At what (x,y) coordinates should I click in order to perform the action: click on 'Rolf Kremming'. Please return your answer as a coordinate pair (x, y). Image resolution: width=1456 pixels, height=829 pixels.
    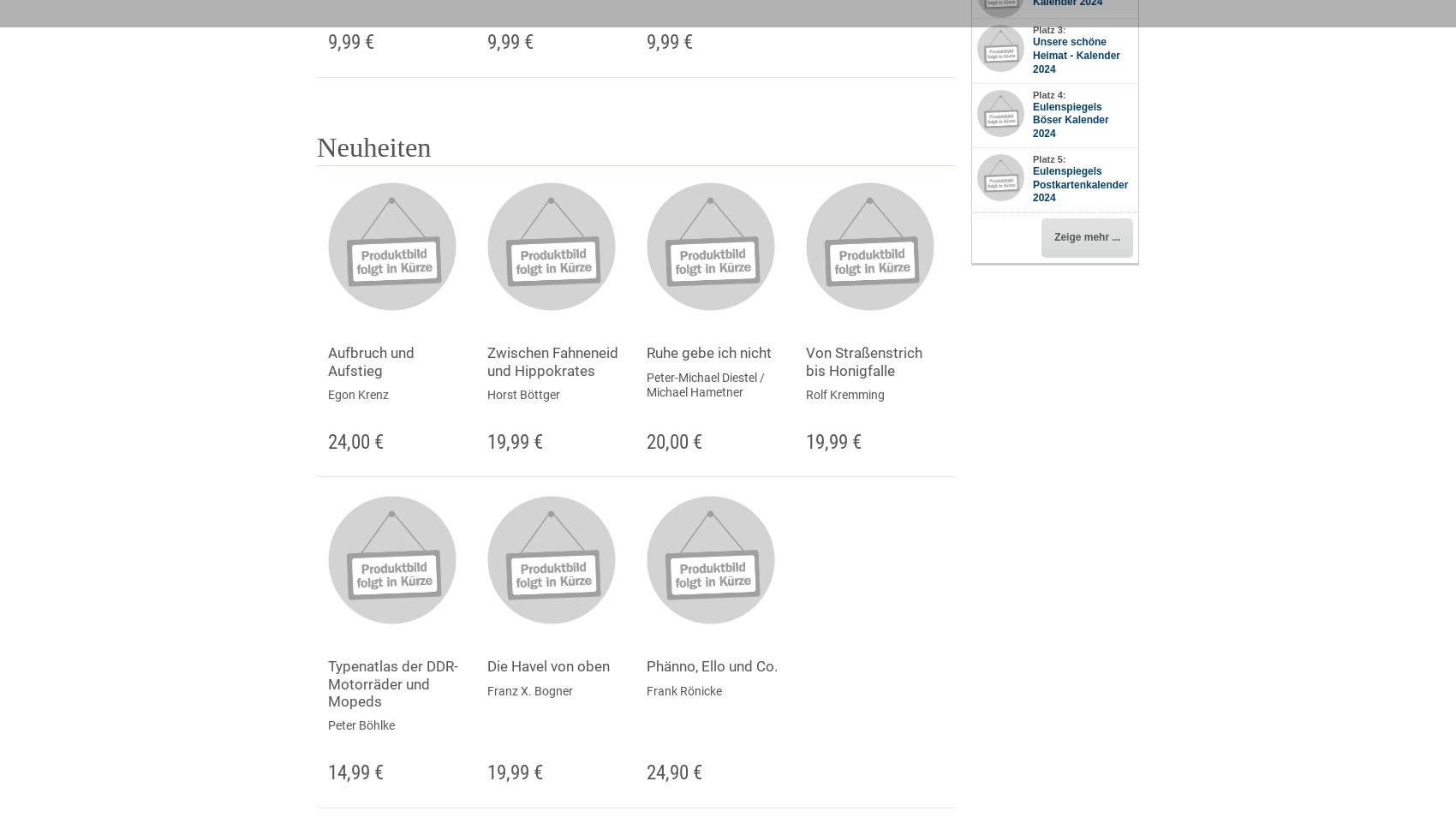
    Looking at the image, I should click on (844, 392).